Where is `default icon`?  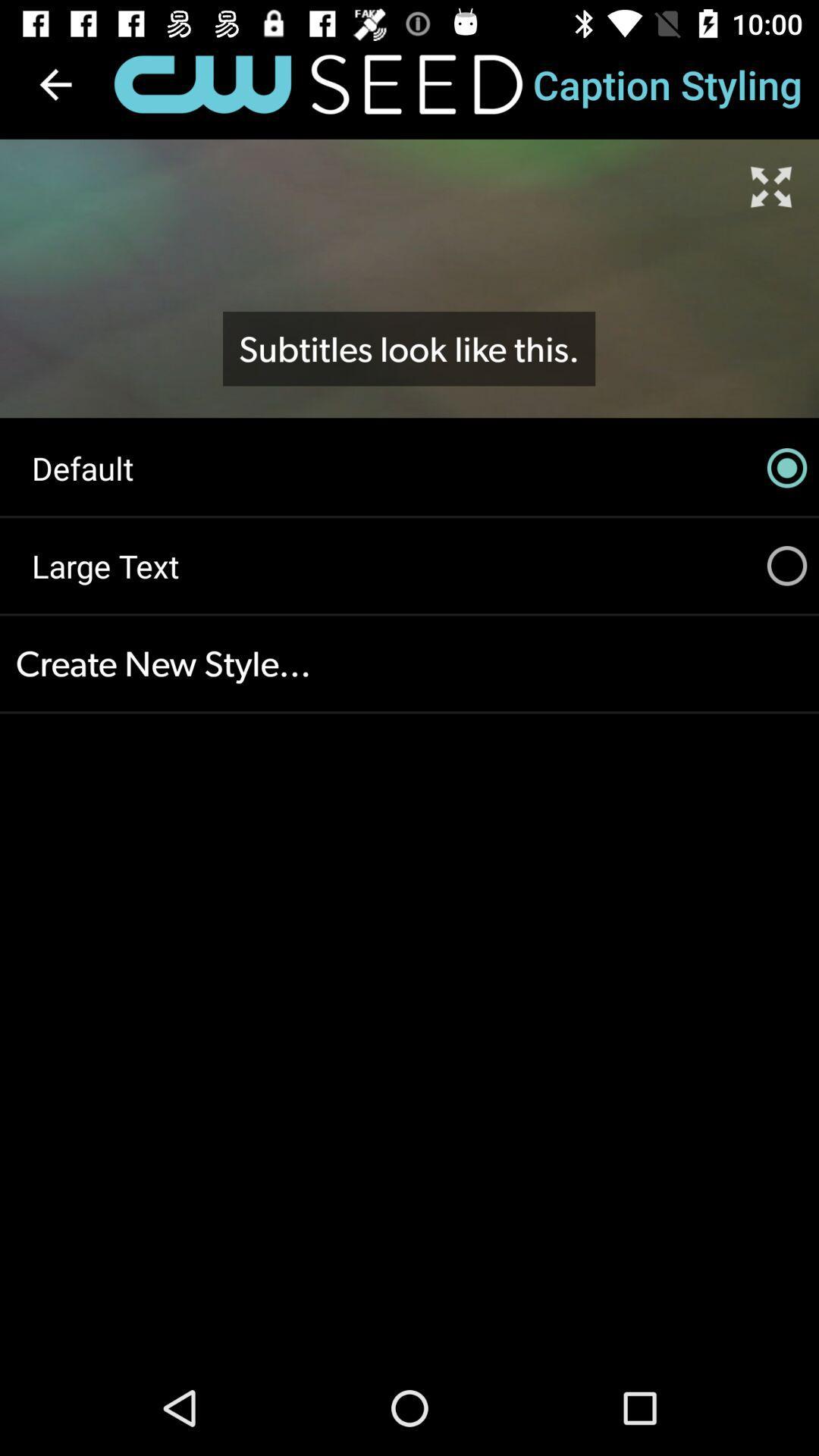
default icon is located at coordinates (409, 467).